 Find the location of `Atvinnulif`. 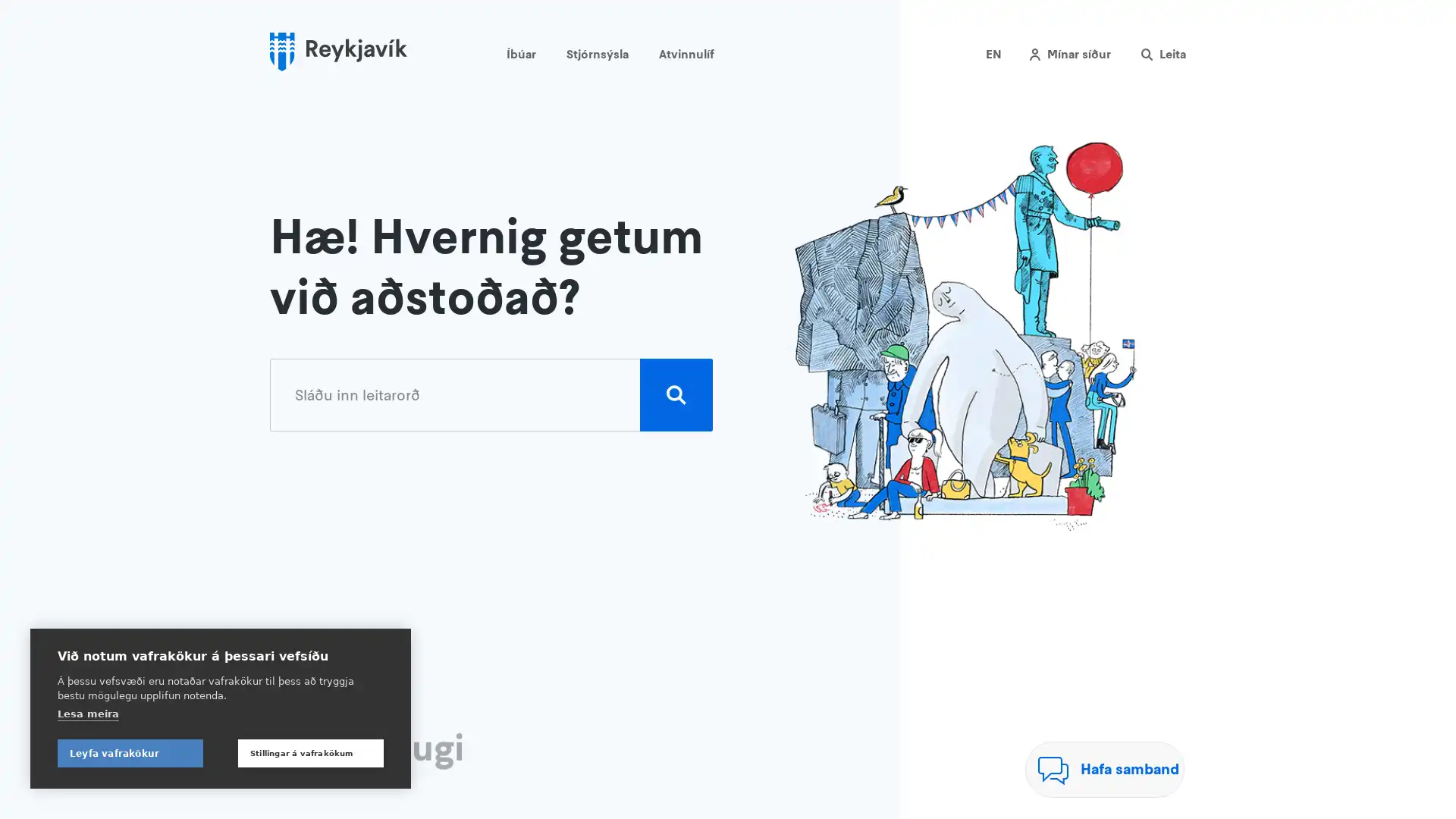

Atvinnulif is located at coordinates (686, 51).